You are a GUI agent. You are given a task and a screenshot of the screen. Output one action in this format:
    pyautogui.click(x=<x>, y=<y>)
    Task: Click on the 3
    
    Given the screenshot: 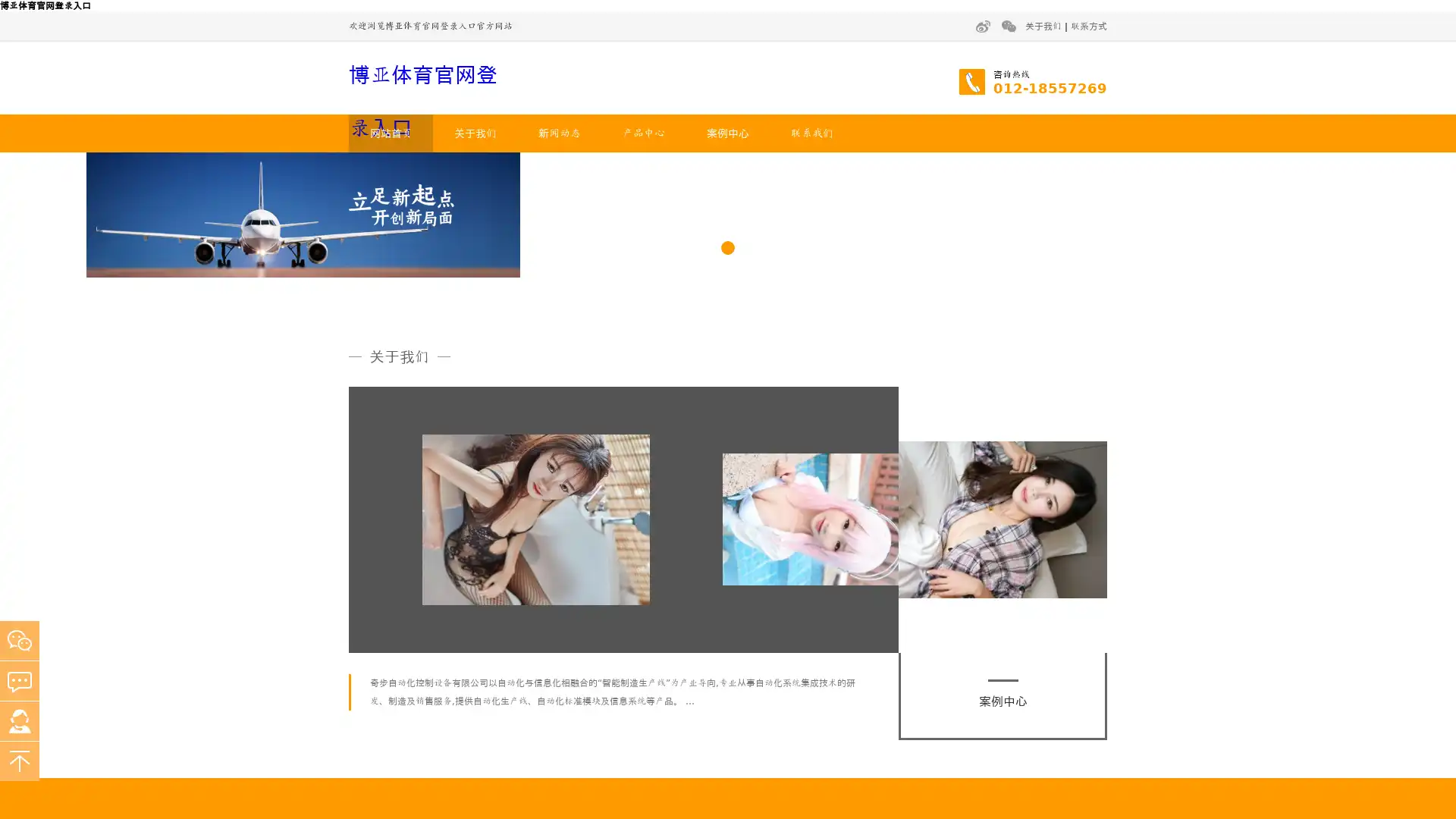 What is the action you would take?
    pyautogui.click(x=750, y=422)
    